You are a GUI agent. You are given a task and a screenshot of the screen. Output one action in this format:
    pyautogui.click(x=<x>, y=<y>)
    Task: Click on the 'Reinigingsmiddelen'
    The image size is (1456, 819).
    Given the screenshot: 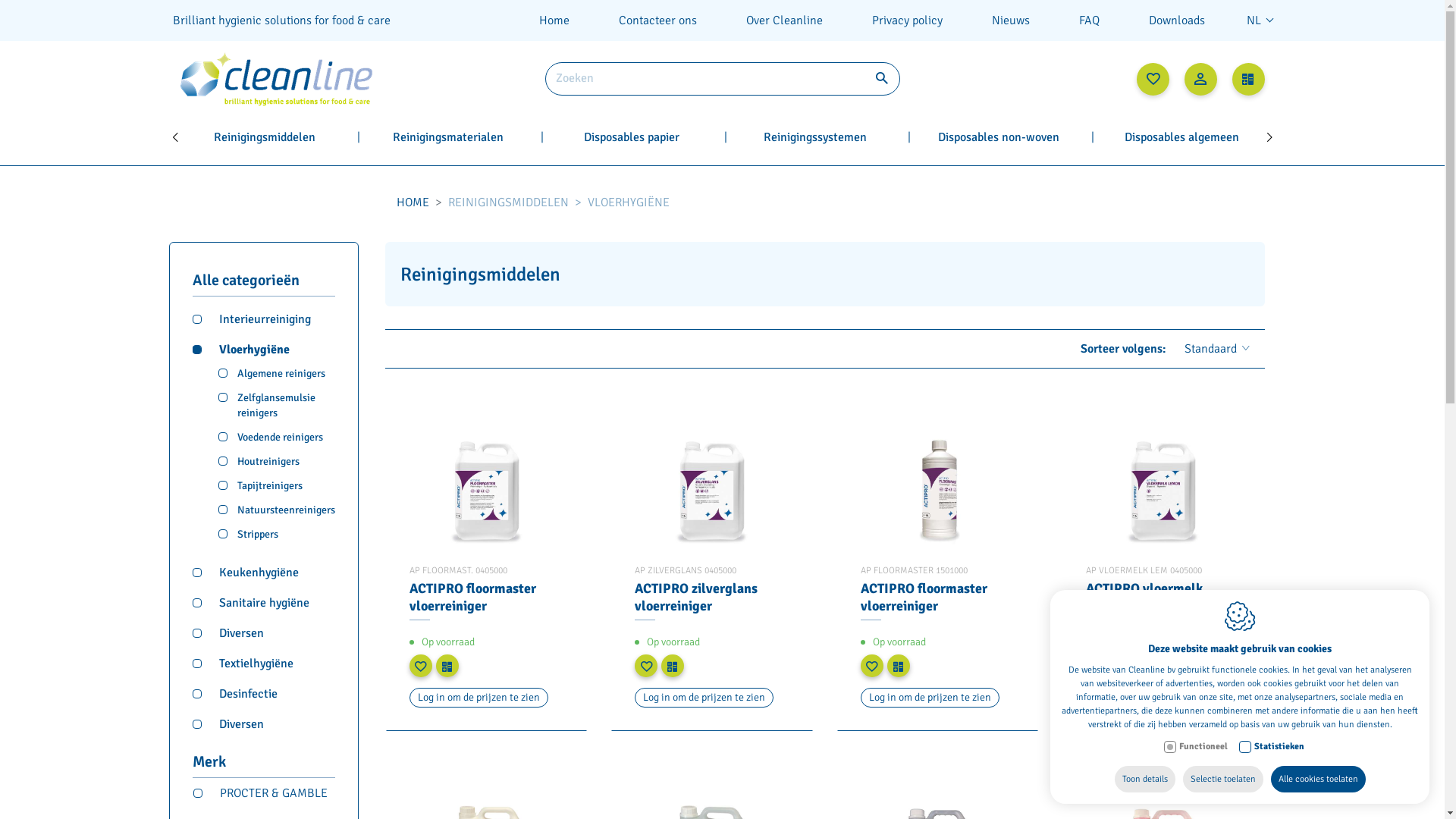 What is the action you would take?
    pyautogui.click(x=213, y=137)
    